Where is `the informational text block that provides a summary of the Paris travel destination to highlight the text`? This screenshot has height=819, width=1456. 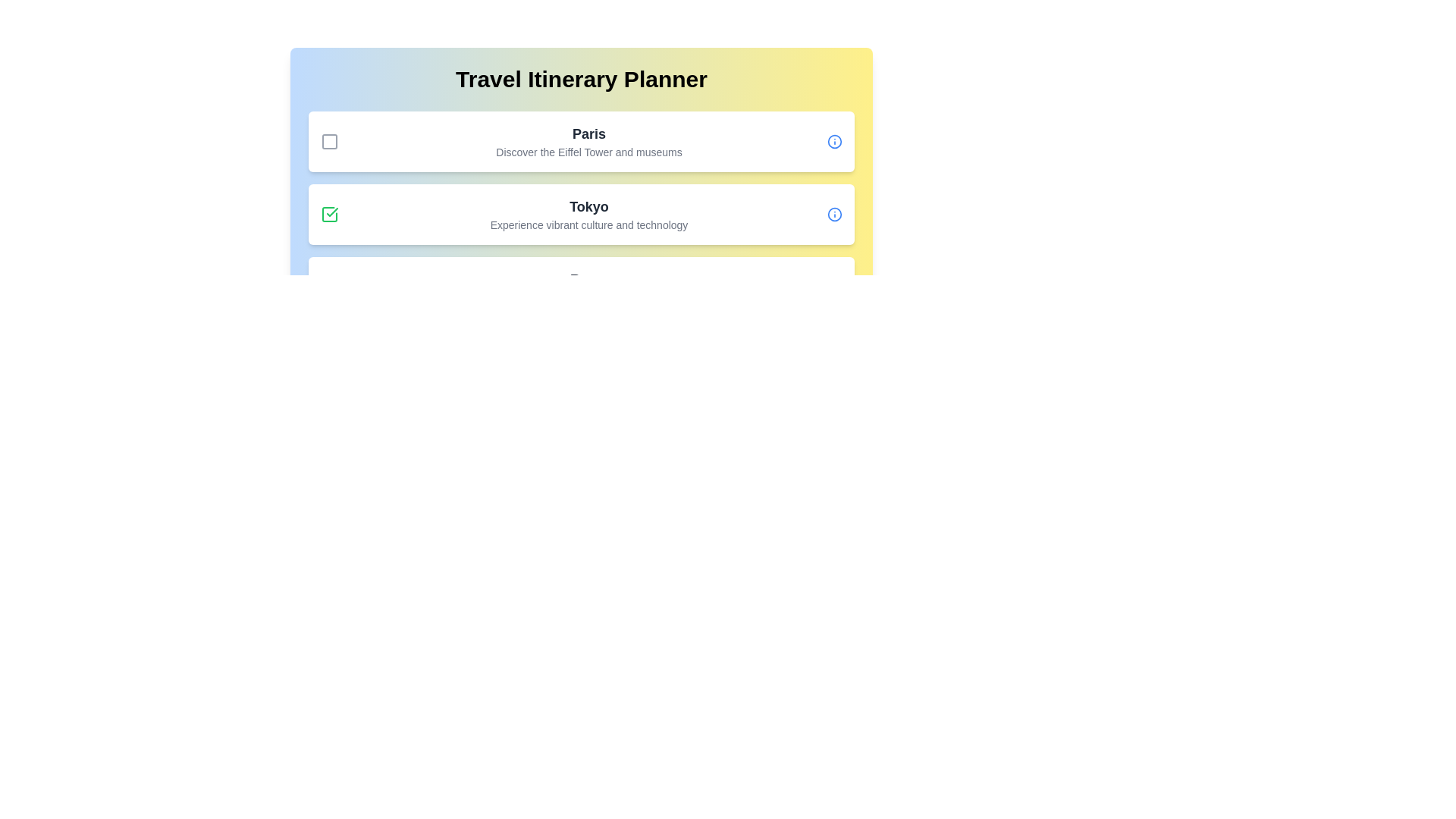 the informational text block that provides a summary of the Paris travel destination to highlight the text is located at coordinates (588, 141).